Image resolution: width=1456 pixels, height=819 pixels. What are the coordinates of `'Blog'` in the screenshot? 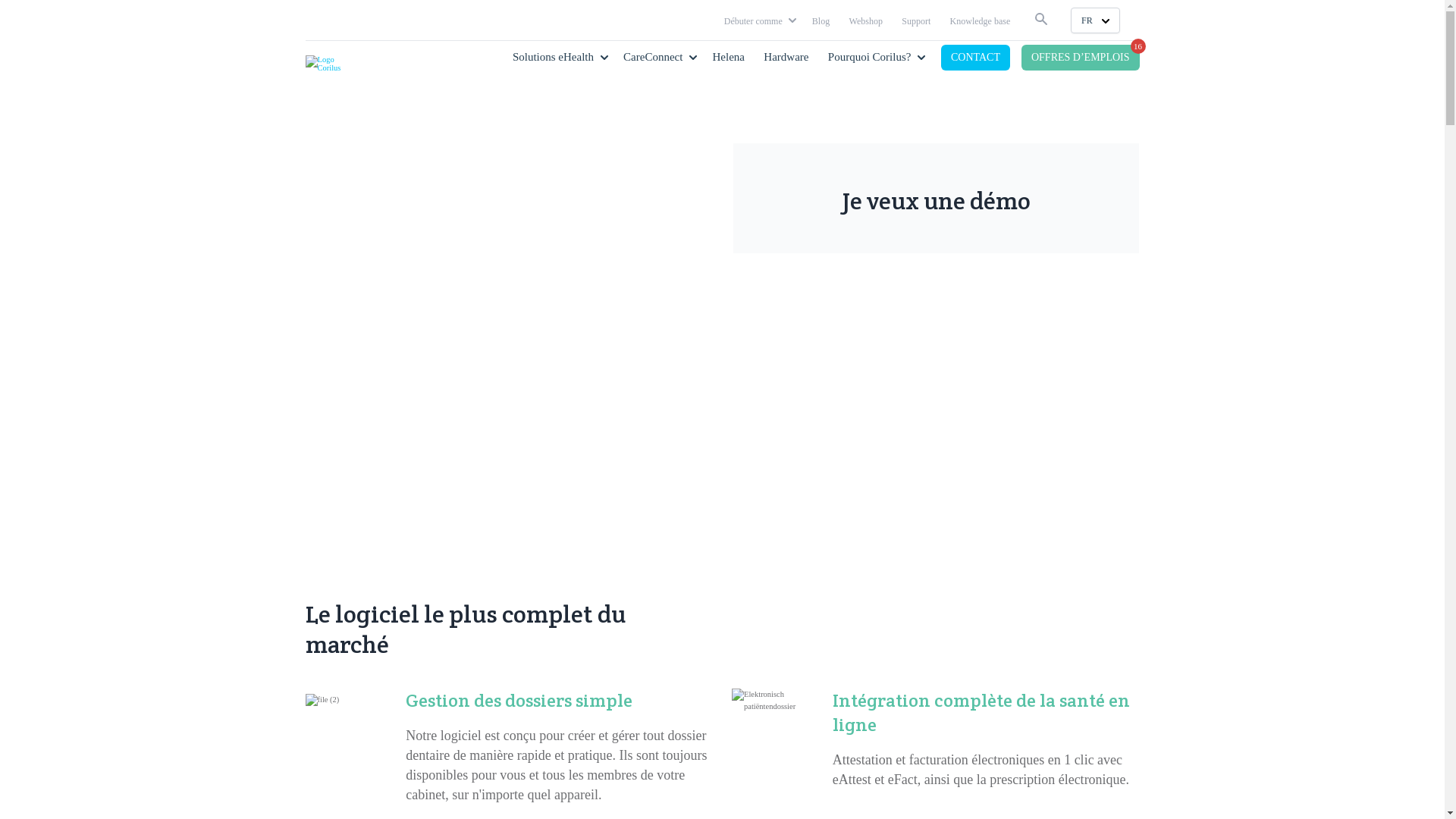 It's located at (820, 20).